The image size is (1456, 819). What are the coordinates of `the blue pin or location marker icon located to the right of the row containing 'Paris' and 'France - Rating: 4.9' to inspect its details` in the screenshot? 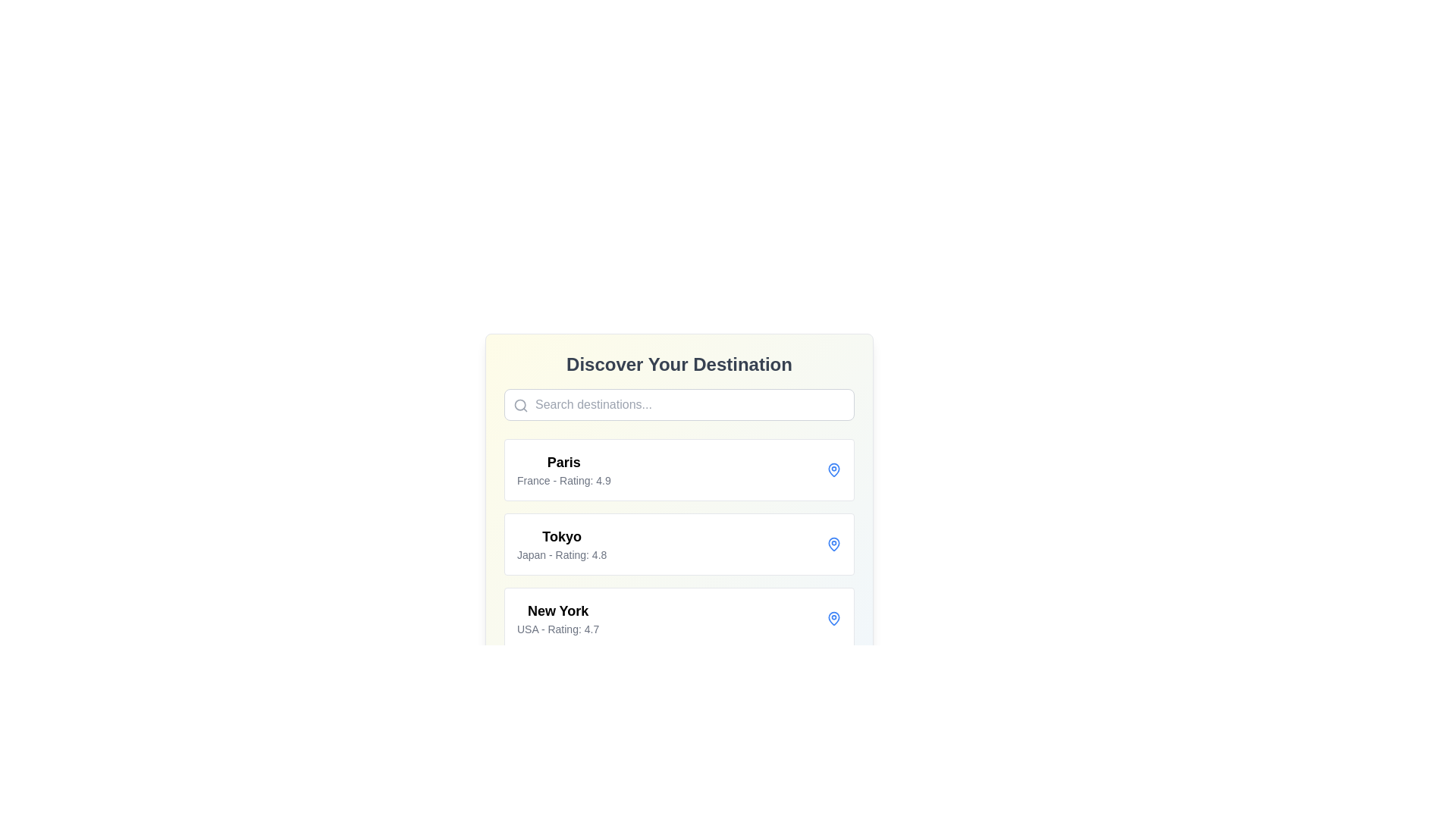 It's located at (833, 469).